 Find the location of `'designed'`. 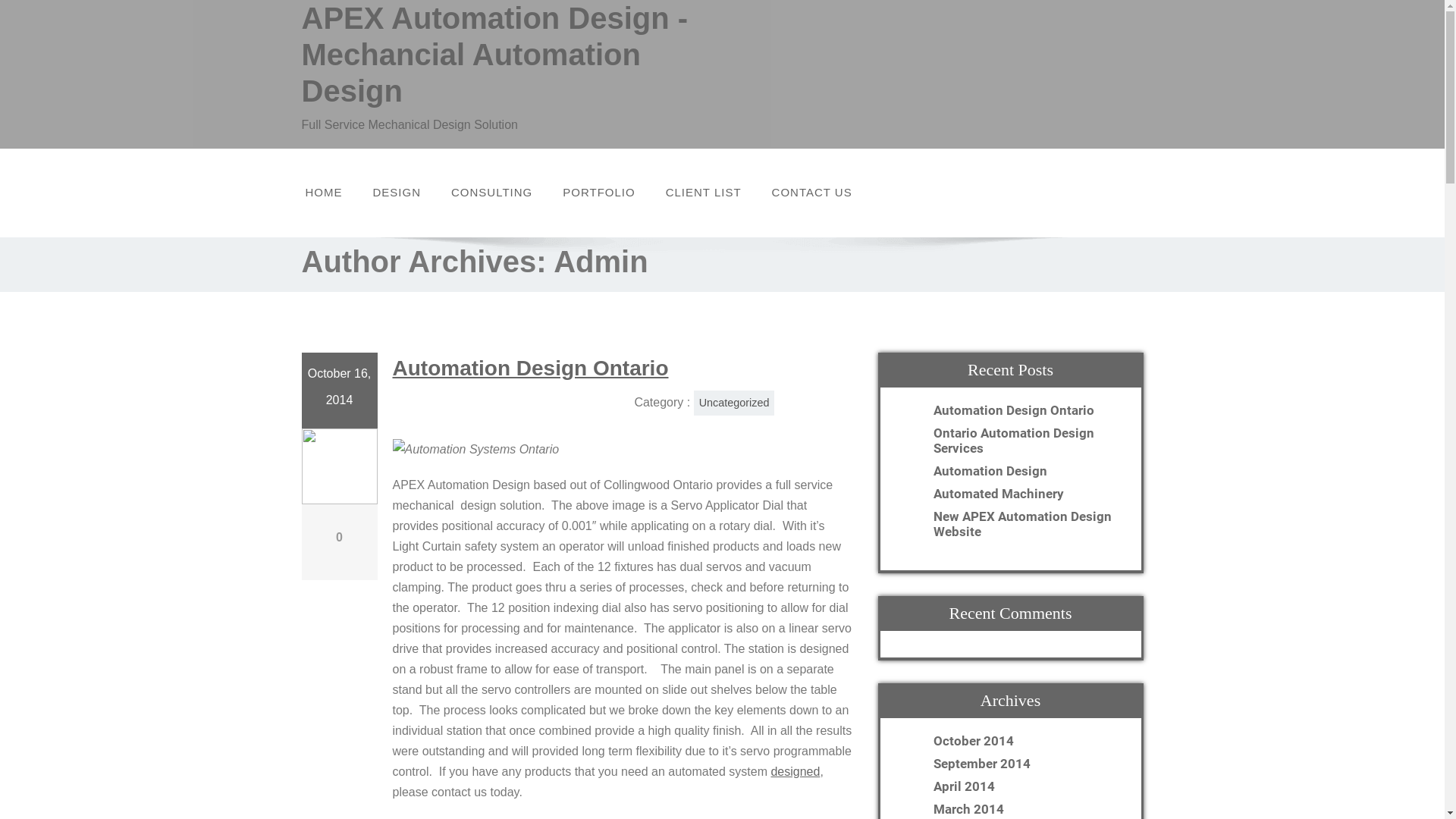

'designed' is located at coordinates (794, 771).